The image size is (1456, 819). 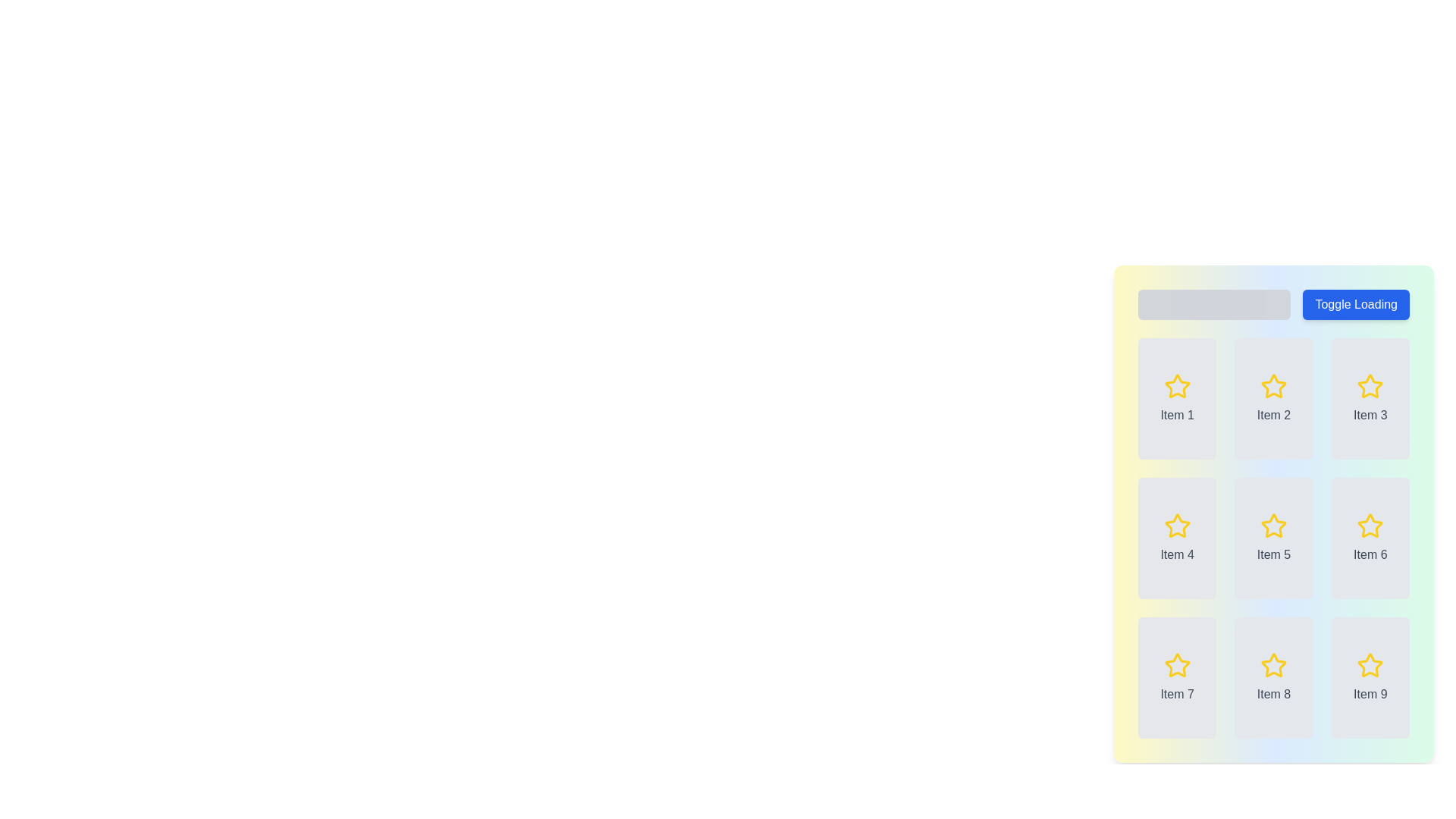 I want to click on the gray-colored text 'Item 3' located in the top row, third column of a 3x3 grid of card-like areas, so click(x=1370, y=415).